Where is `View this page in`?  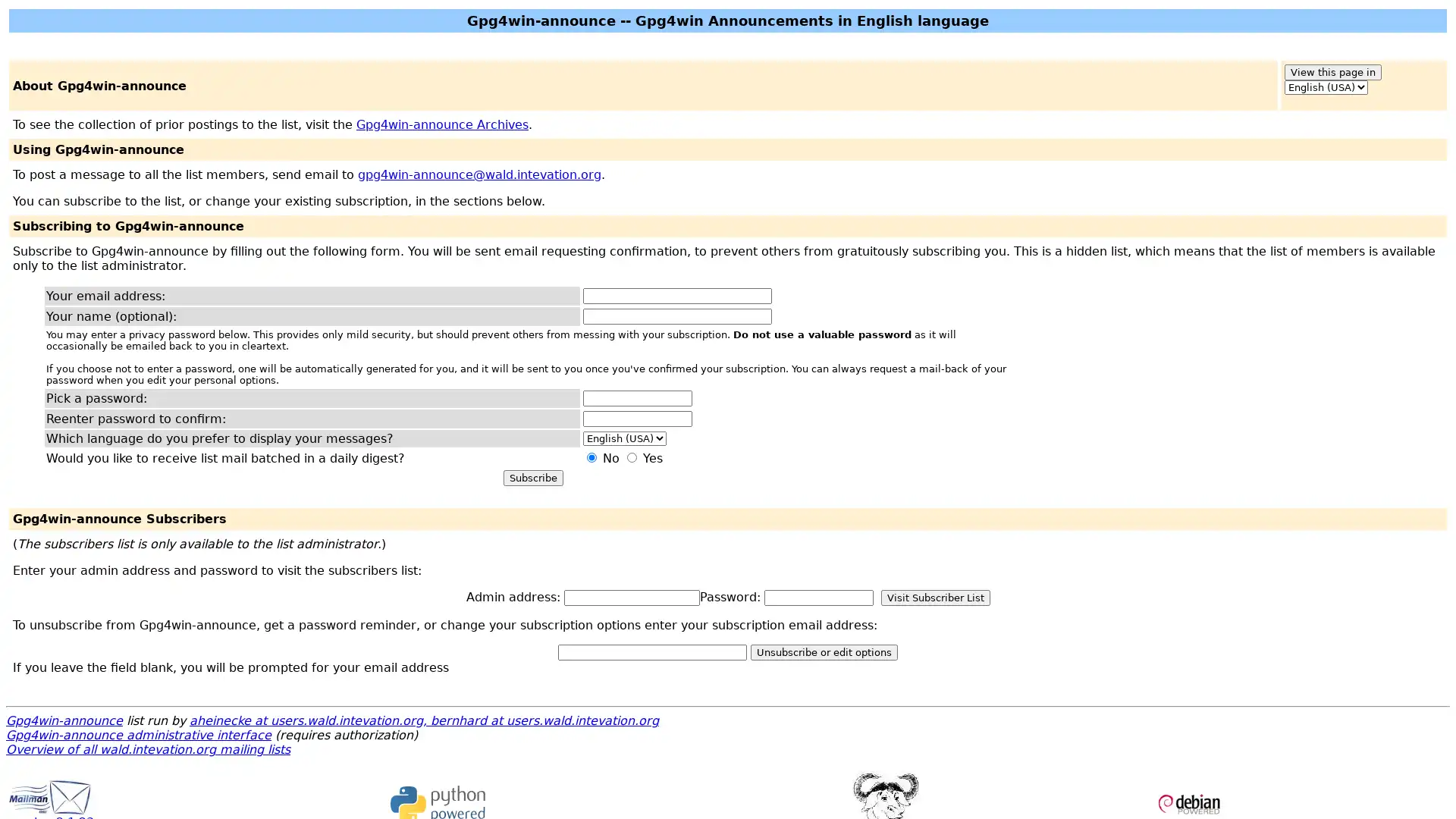 View this page in is located at coordinates (1332, 72).